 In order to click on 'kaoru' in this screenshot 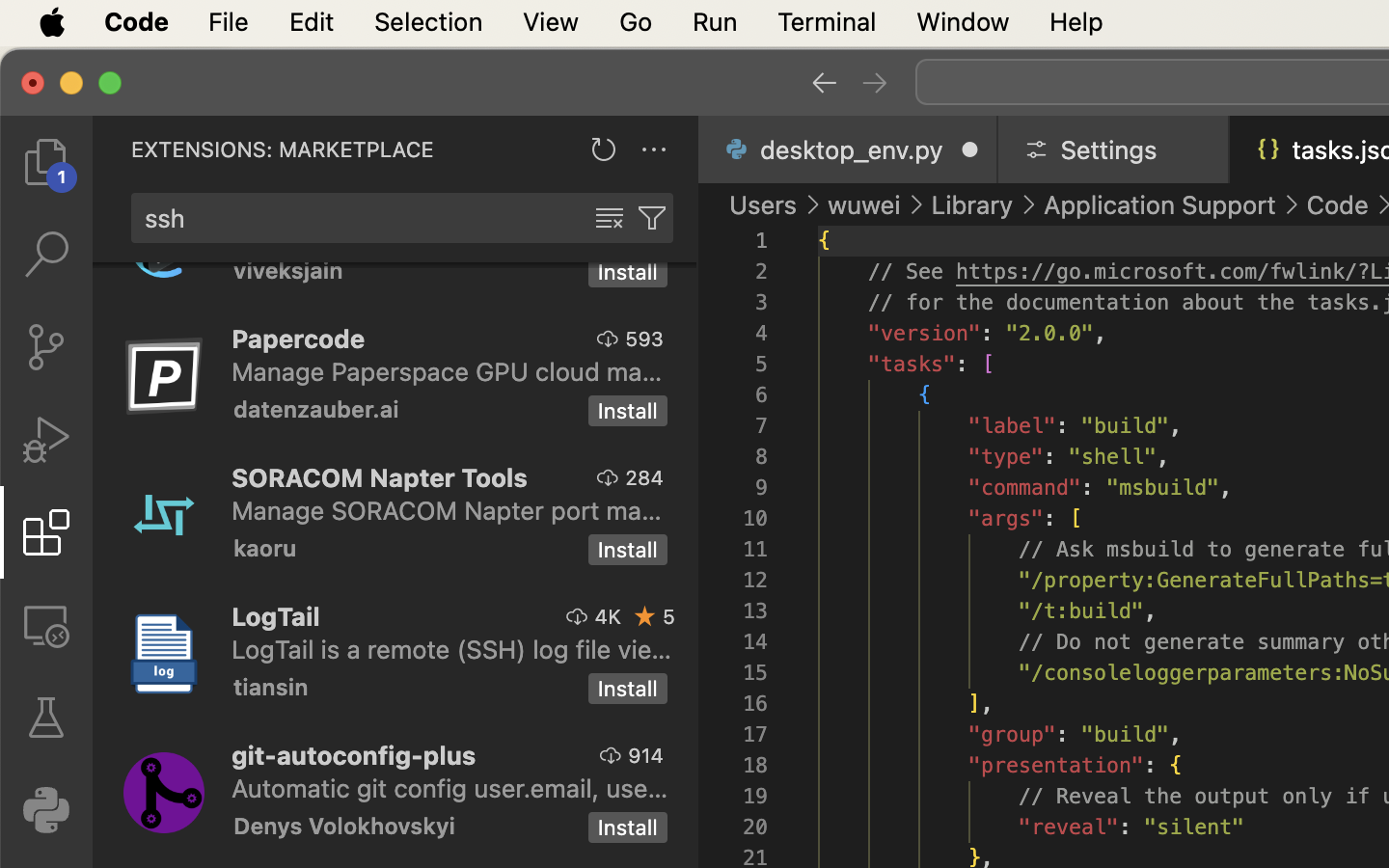, I will do `click(264, 547)`.